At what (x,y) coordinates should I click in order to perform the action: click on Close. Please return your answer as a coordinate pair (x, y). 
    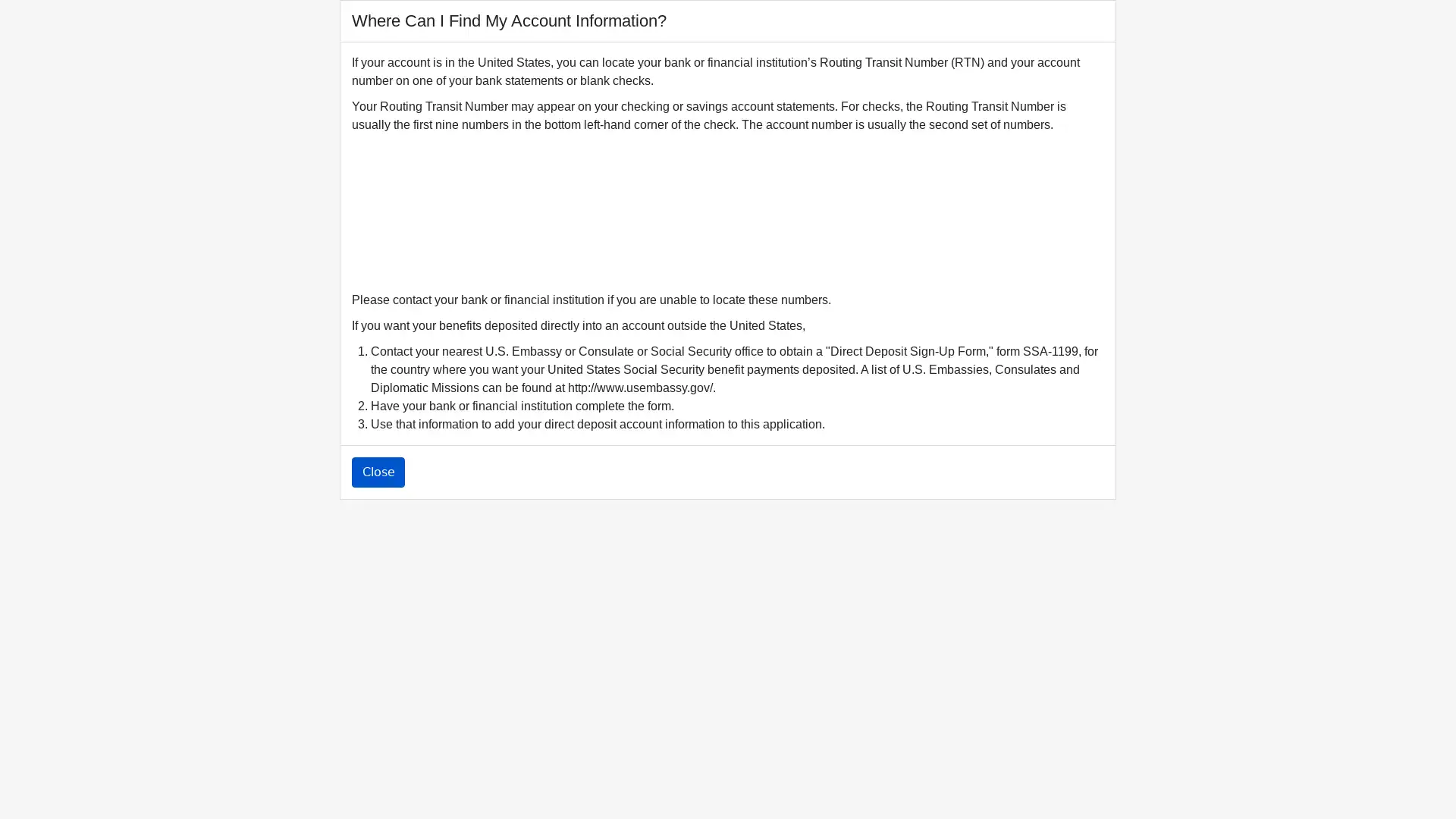
    Looking at the image, I should click on (378, 472).